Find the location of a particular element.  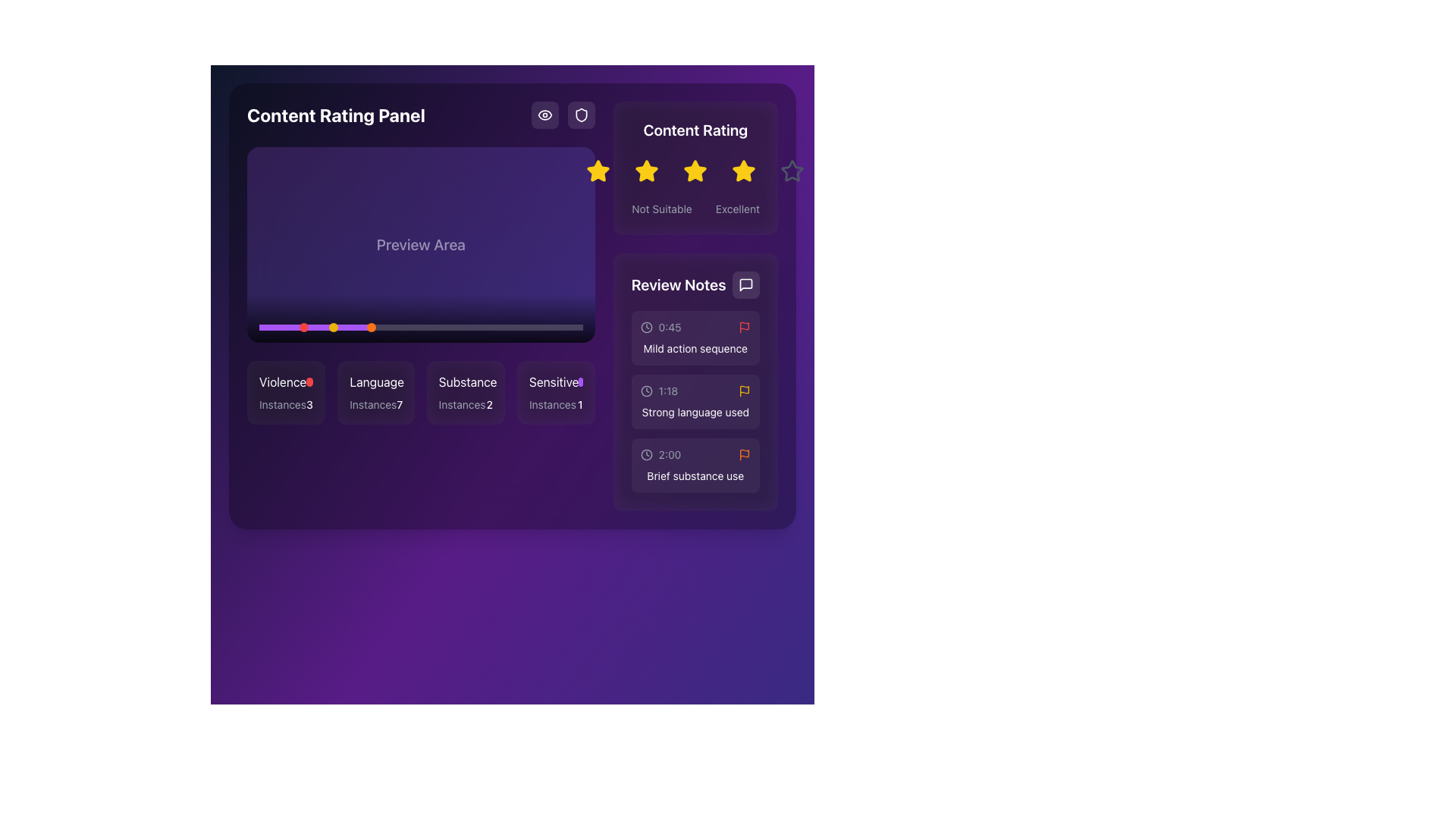

the timestamp '0:45' and note 'Mild action sequence' in the first list item of the Review Notes section is located at coordinates (695, 337).